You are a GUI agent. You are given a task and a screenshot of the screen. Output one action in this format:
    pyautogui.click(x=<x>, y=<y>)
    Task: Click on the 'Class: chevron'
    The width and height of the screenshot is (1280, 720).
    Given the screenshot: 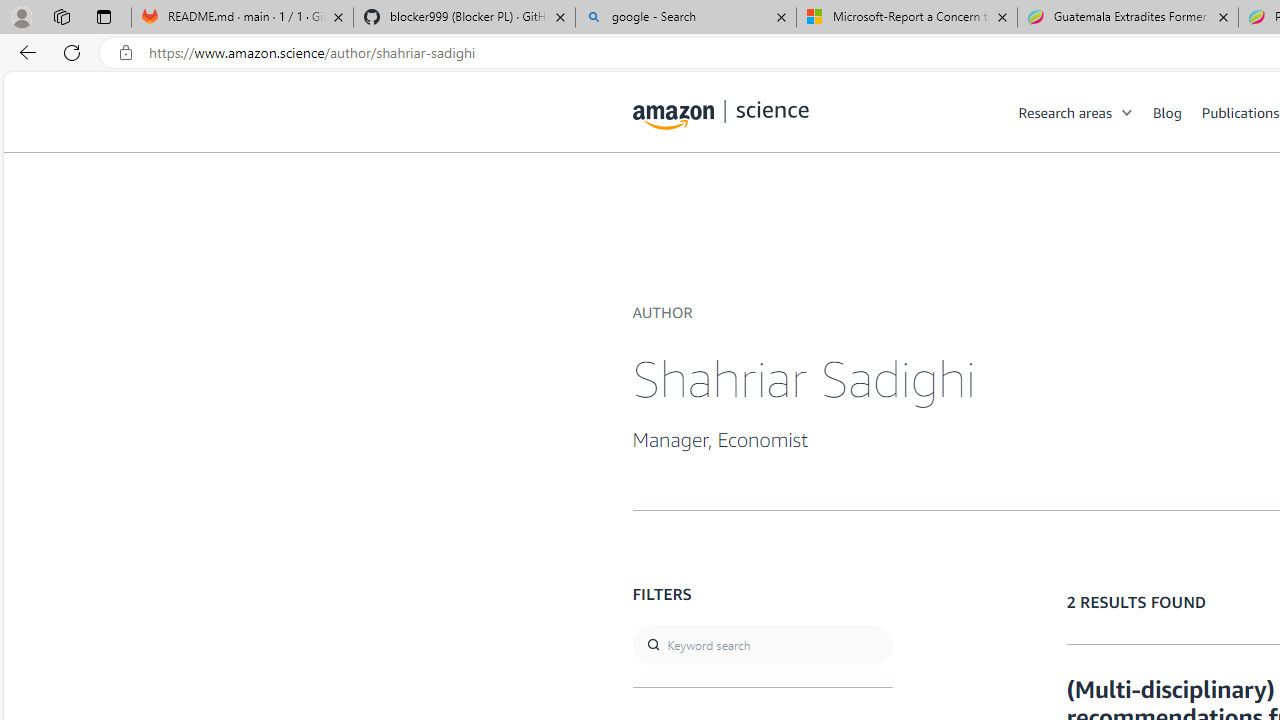 What is the action you would take?
    pyautogui.click(x=1128, y=117)
    